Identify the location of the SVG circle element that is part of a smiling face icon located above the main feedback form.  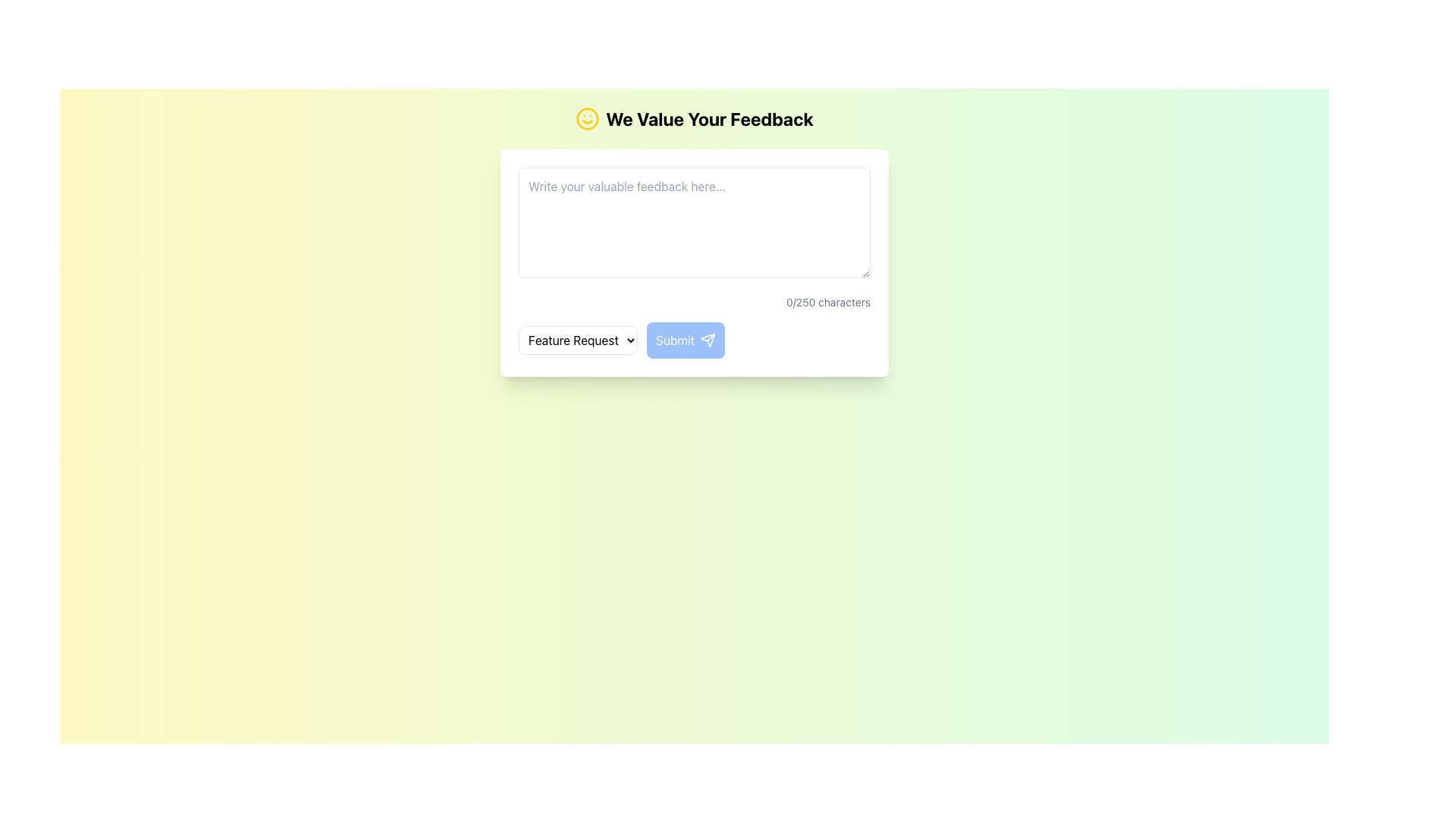
(587, 118).